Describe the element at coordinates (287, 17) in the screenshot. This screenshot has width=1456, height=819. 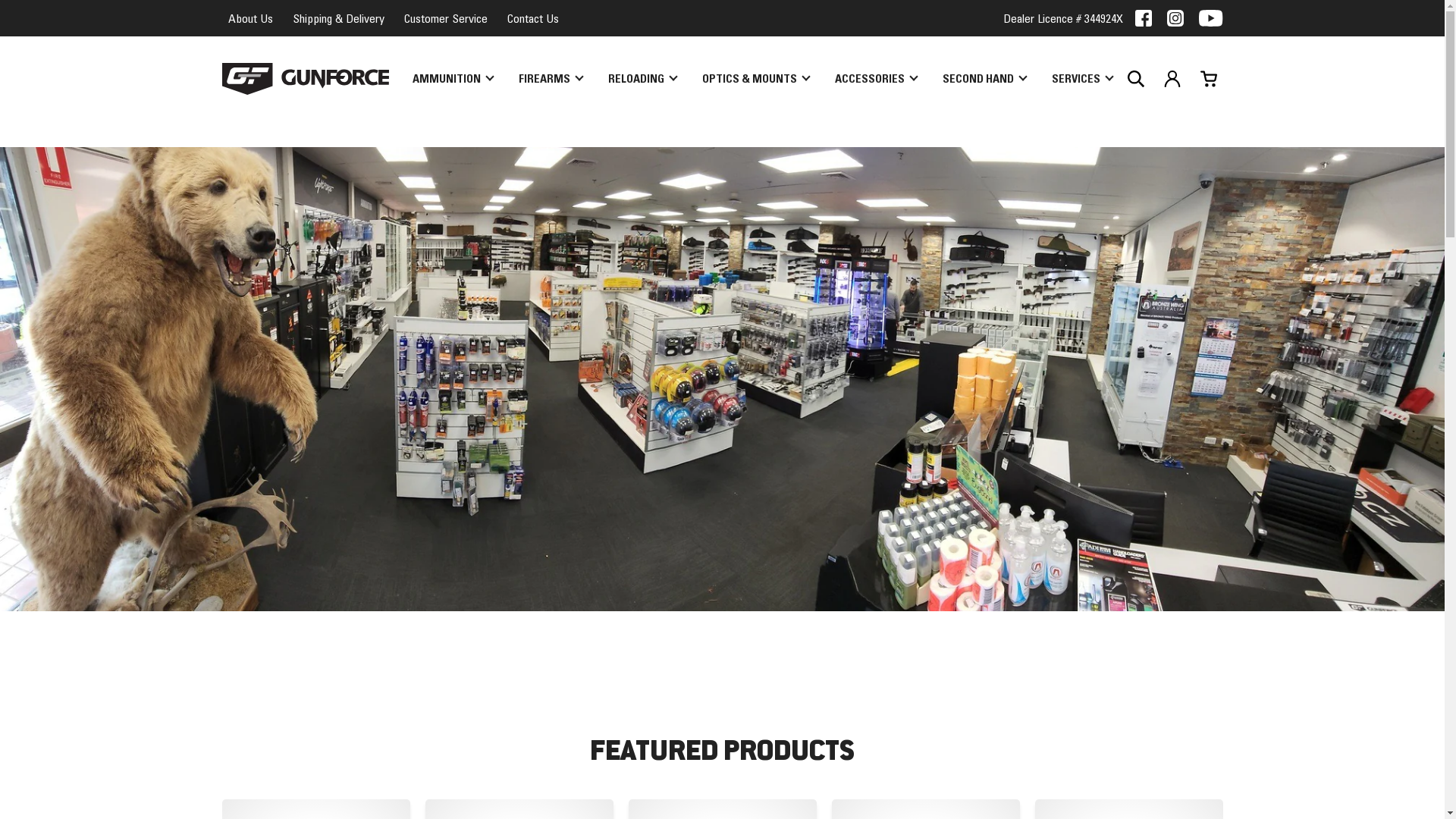
I see `'Shipping & Delivery'` at that location.